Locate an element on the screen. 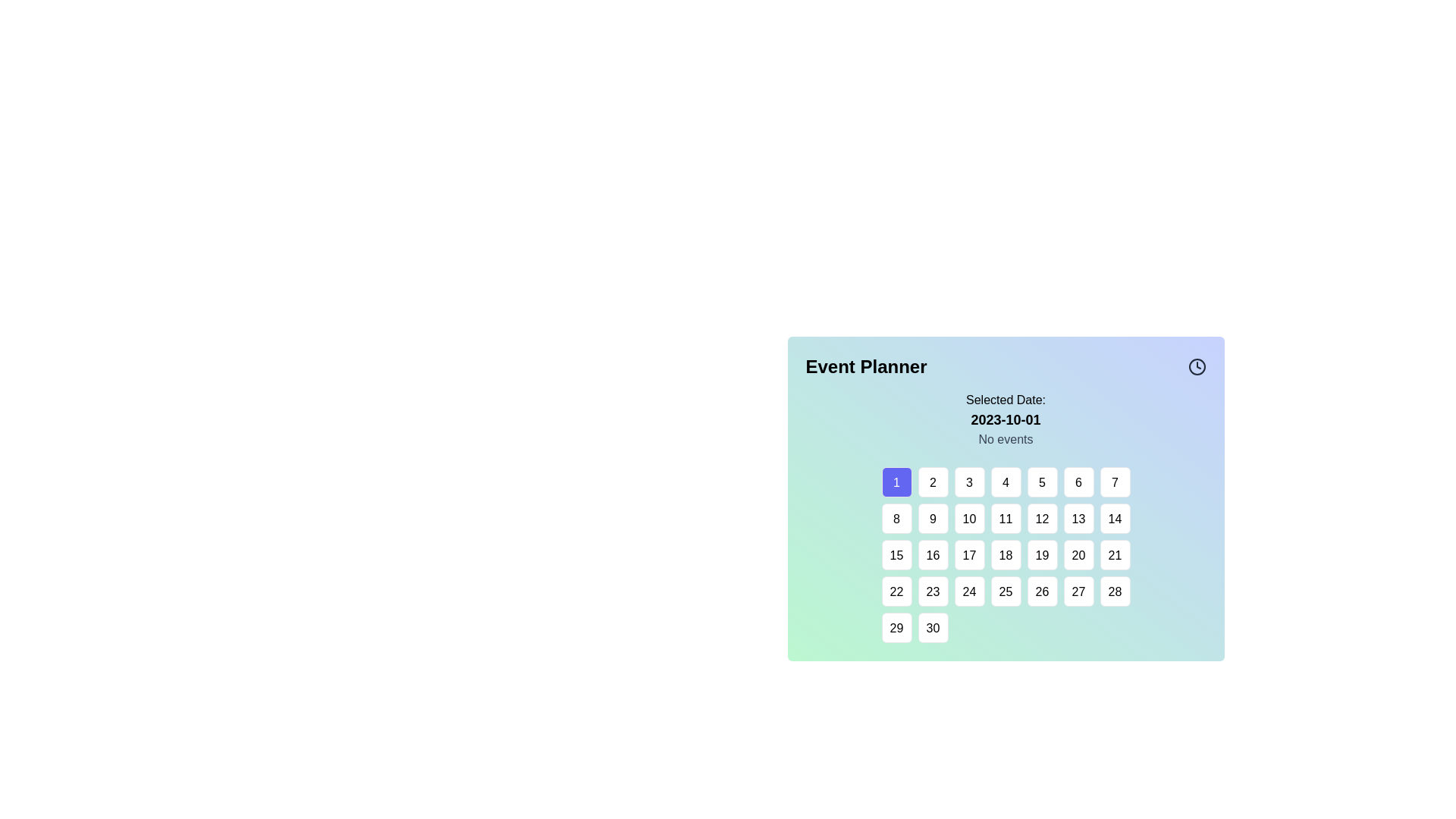 This screenshot has height=819, width=1456. the decorative clock icon located at the top-right corner of the 'Event Planner' title section, adjacent to the text 'Event Planner' is located at coordinates (1196, 366).